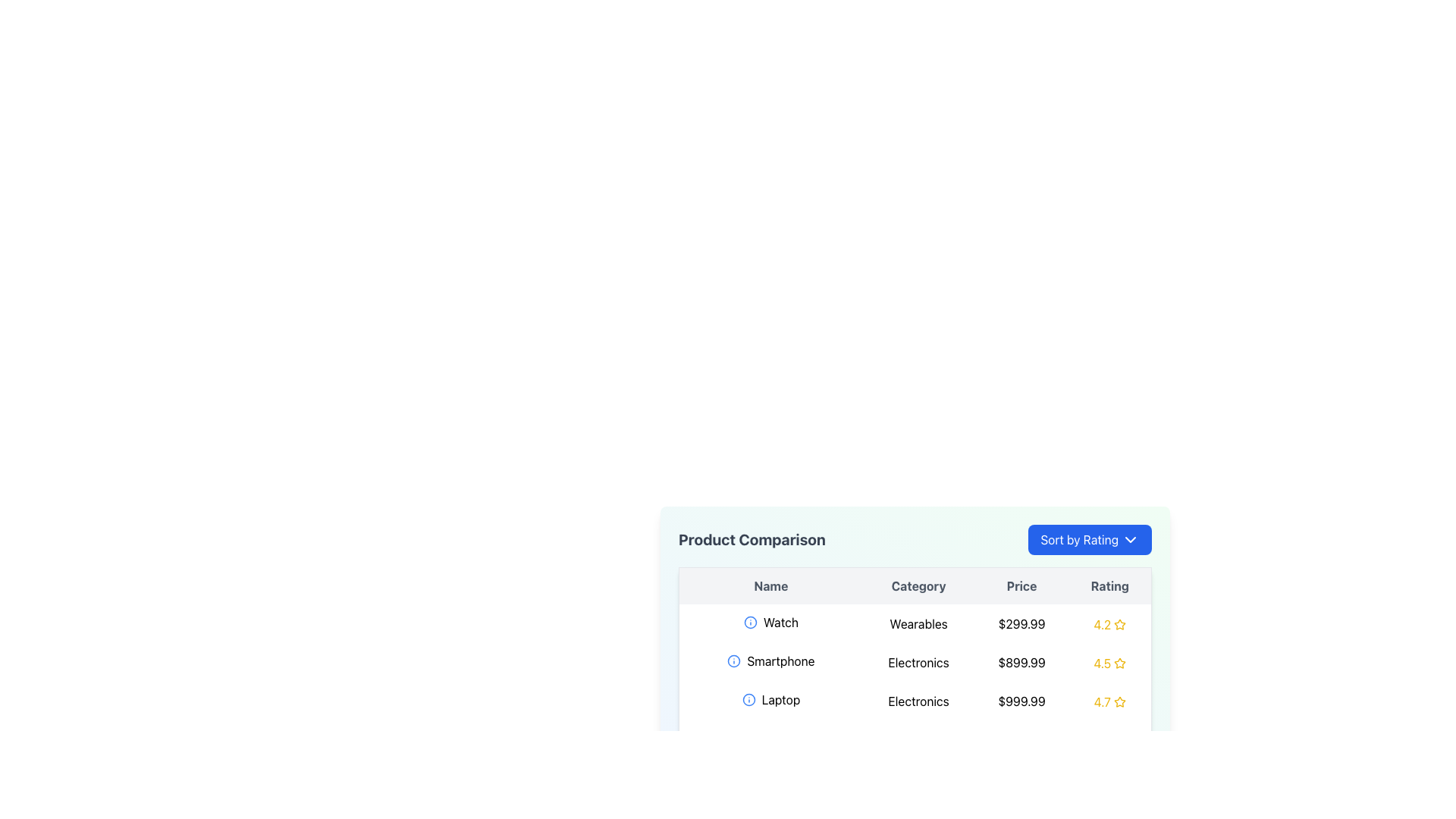  Describe the element at coordinates (1021, 623) in the screenshot. I see `the price text label for the item 'Watch' located in the first row of the 'Wearables' category table` at that location.